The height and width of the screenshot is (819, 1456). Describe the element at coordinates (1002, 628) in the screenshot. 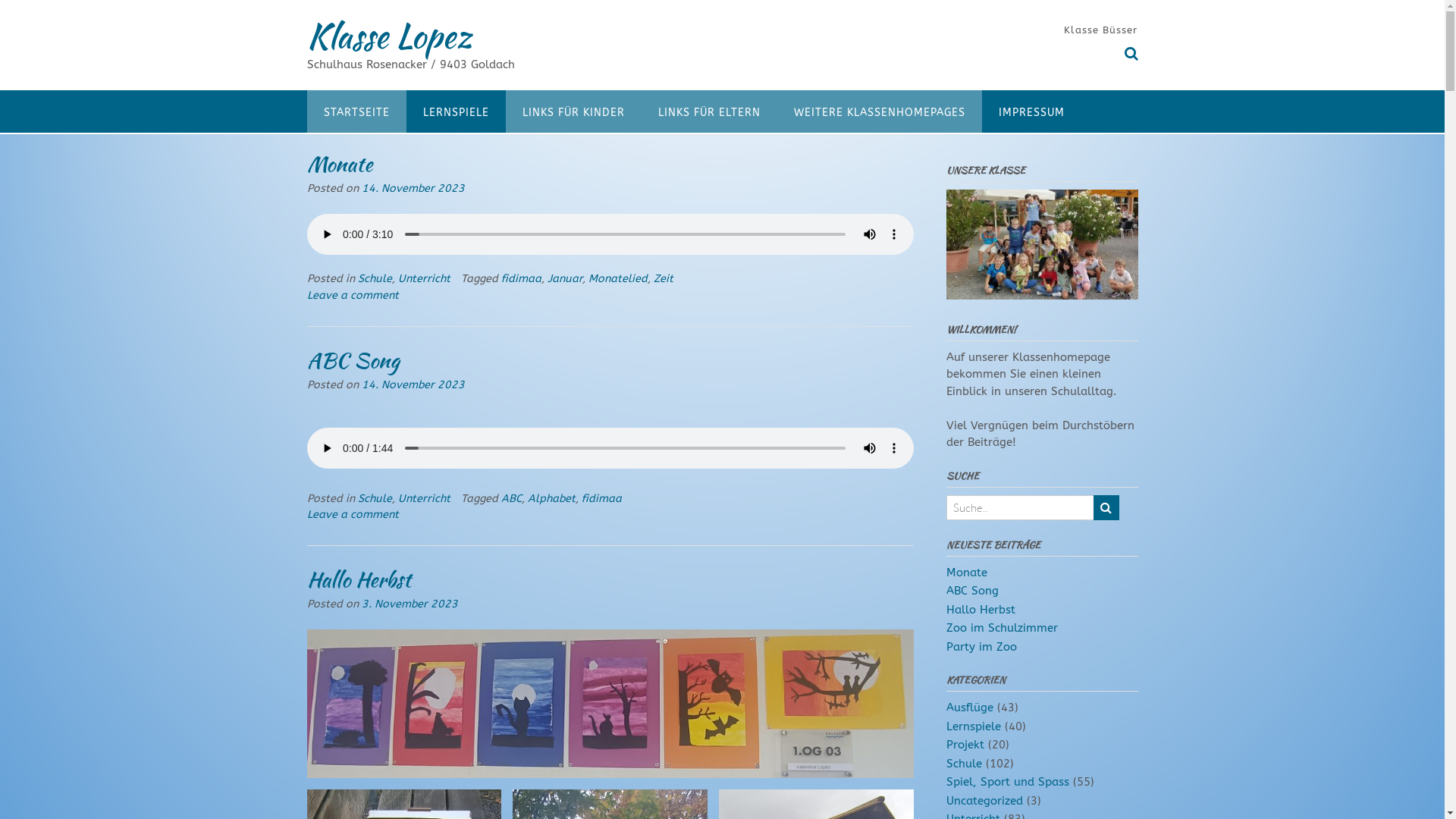

I see `'Zoo im Schulzimmer'` at that location.